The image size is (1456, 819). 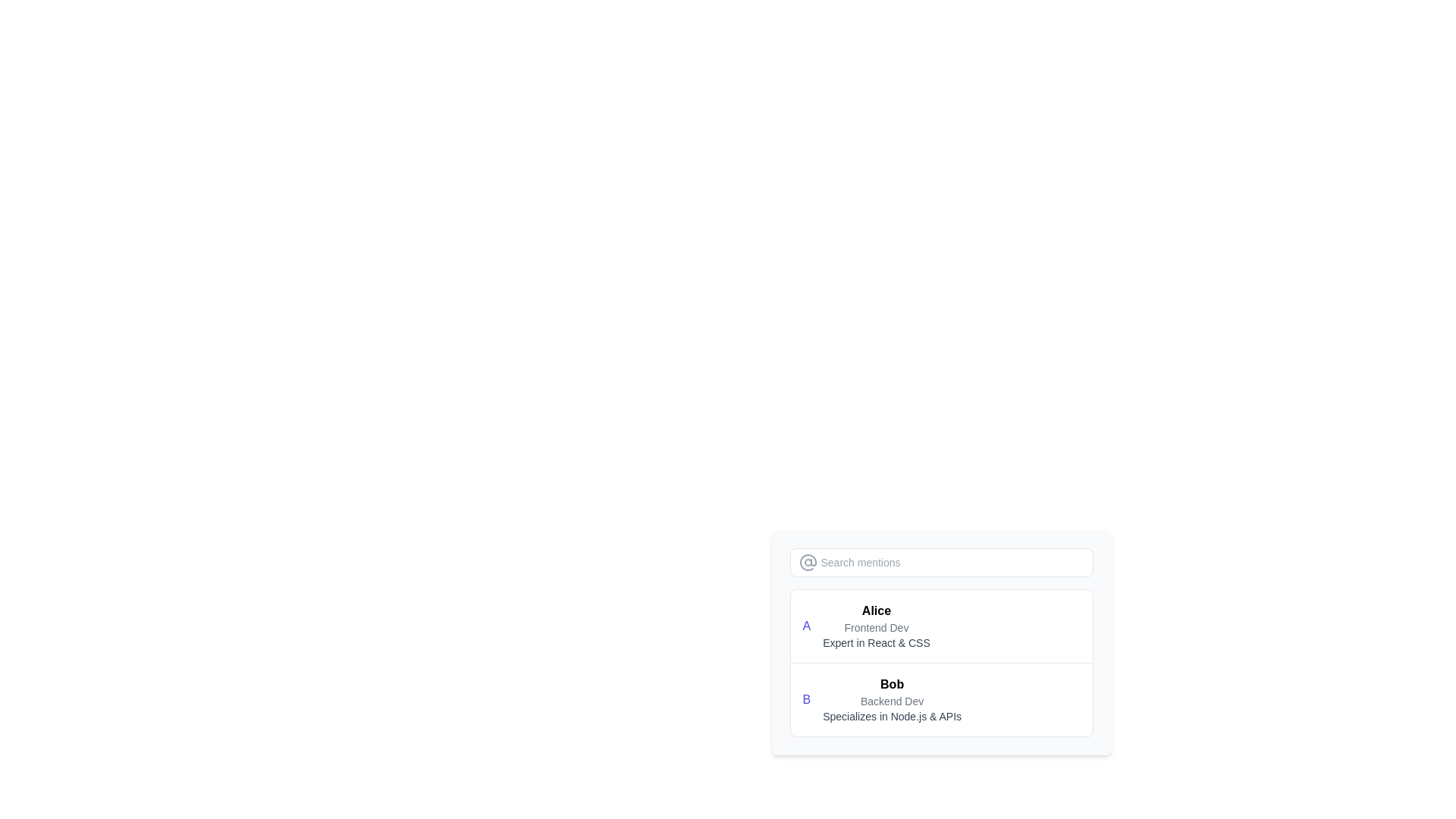 What do you see at coordinates (877, 643) in the screenshot?
I see `the text label displaying 'Expert in React & CSS', which is positioned below the title 'Frontend Dev' in the user information box for the user 'Alice'` at bounding box center [877, 643].